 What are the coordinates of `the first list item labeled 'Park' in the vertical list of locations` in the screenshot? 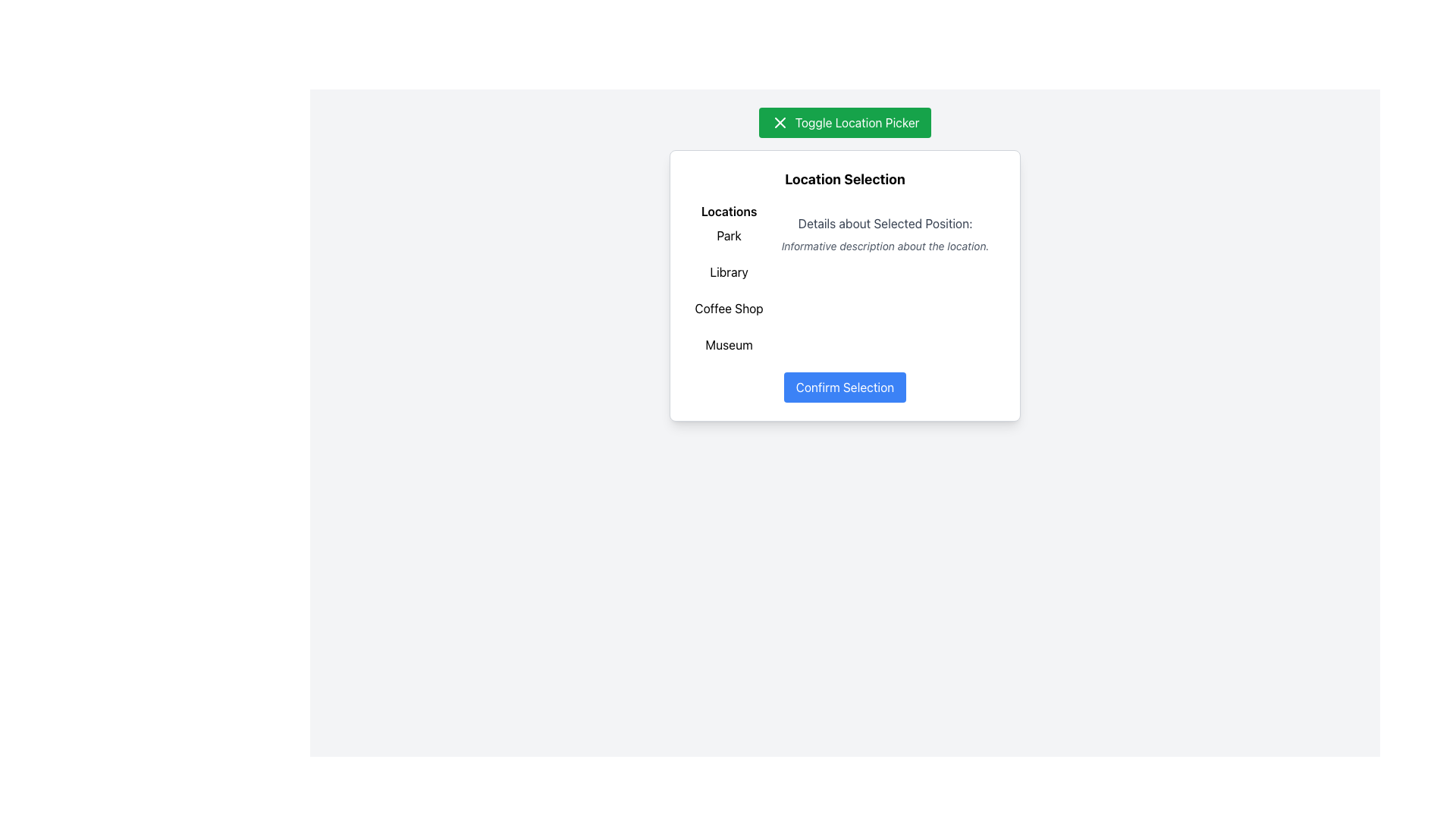 It's located at (729, 236).